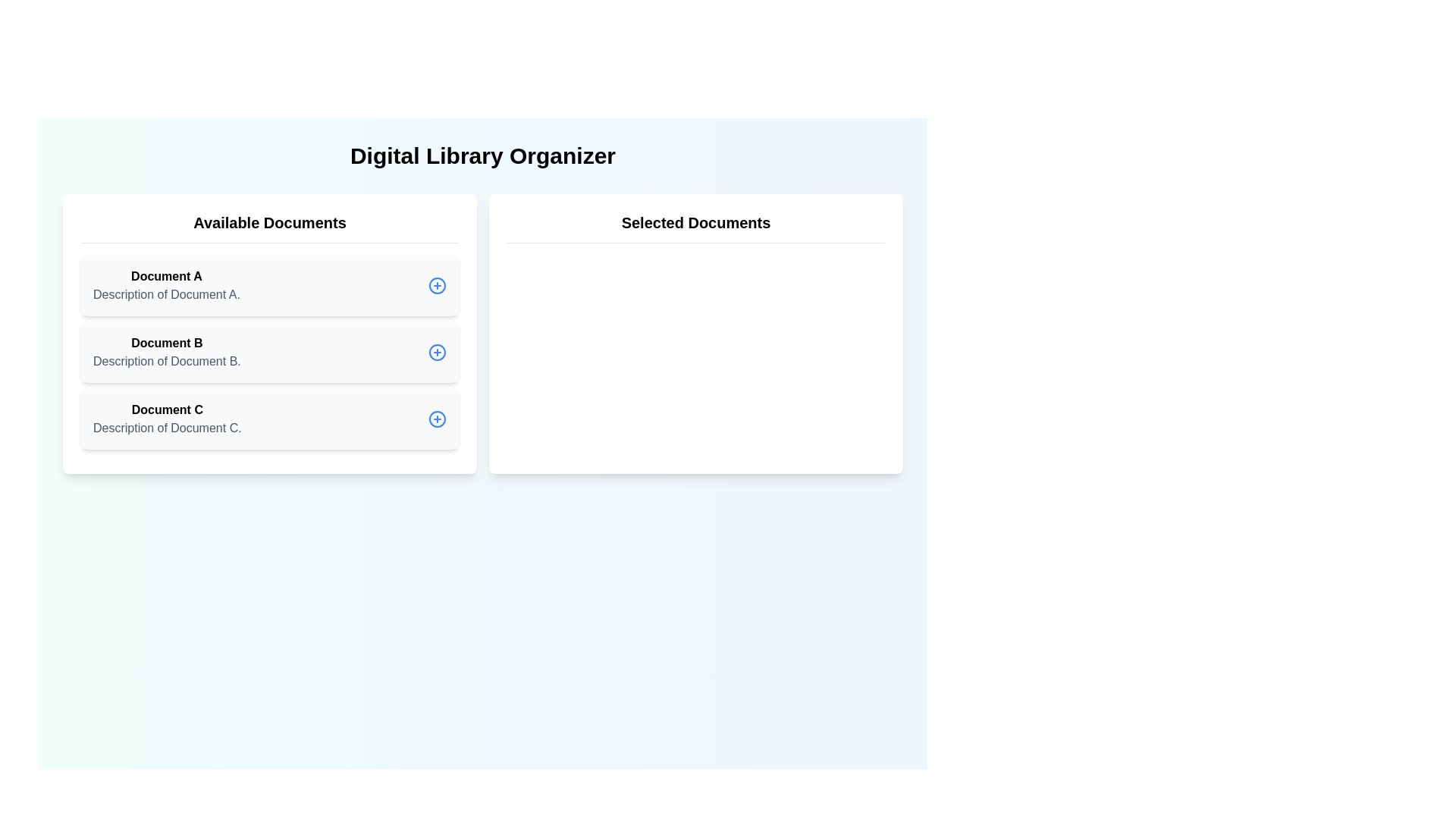 The height and width of the screenshot is (819, 1456). What do you see at coordinates (167, 419) in the screenshot?
I see `the informational Text element that presents the name and description of 'Document C' located in the third row of the 'Available Documents' section` at bounding box center [167, 419].